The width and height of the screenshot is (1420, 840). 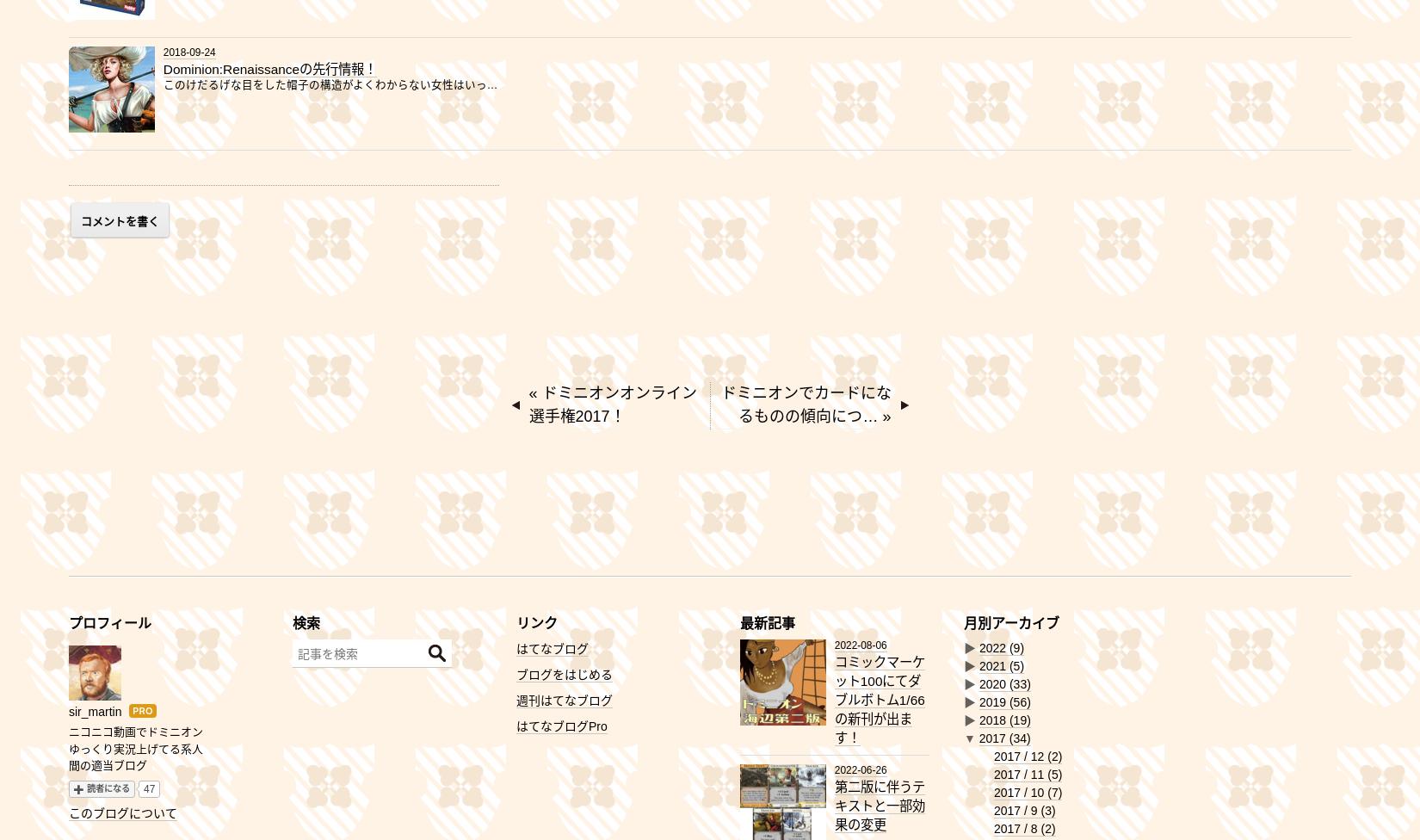 I want to click on '2022-08-06', so click(x=860, y=645).